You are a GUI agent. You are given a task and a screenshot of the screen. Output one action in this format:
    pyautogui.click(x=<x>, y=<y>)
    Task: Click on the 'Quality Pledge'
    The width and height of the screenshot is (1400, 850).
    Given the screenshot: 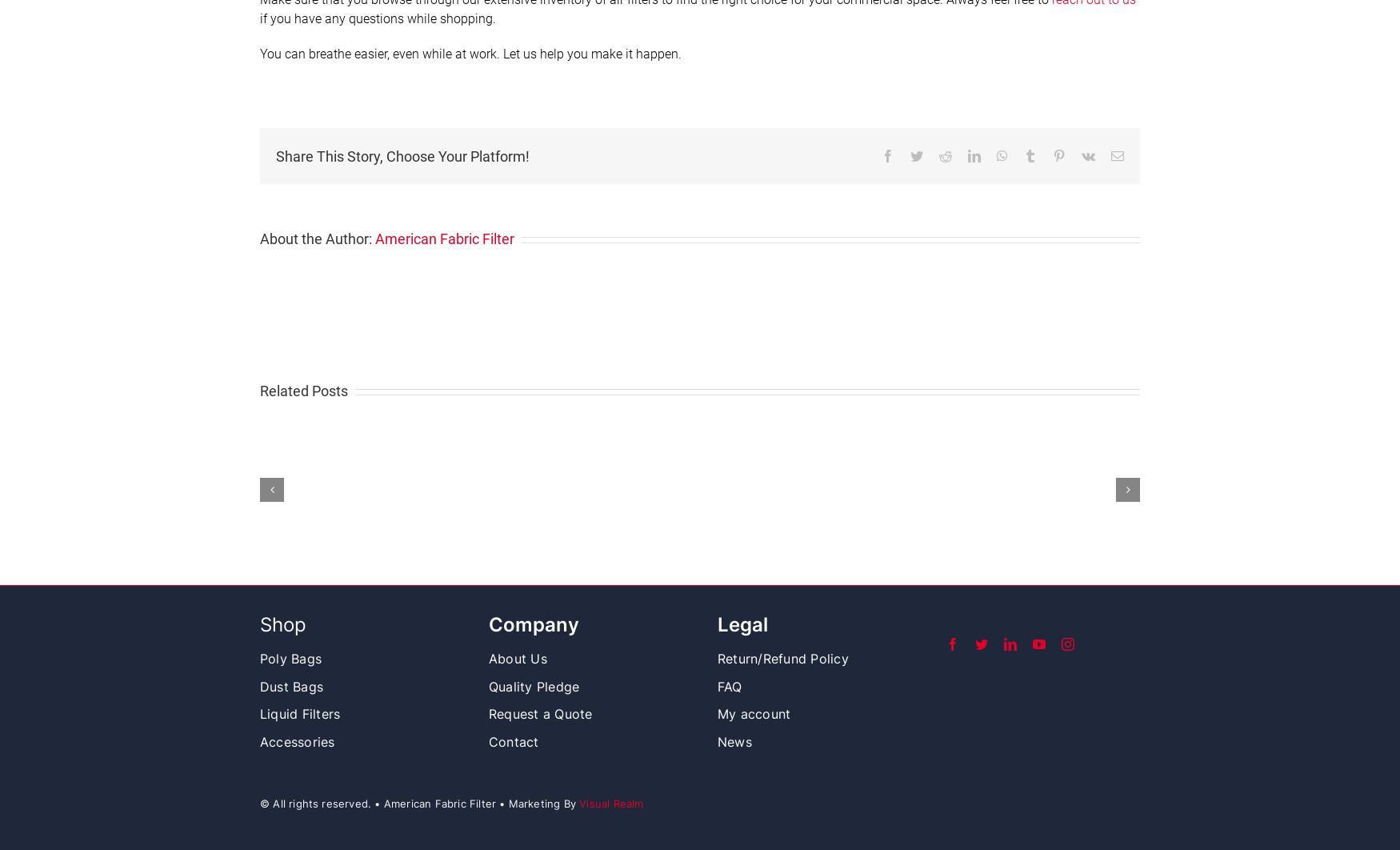 What is the action you would take?
    pyautogui.click(x=488, y=685)
    